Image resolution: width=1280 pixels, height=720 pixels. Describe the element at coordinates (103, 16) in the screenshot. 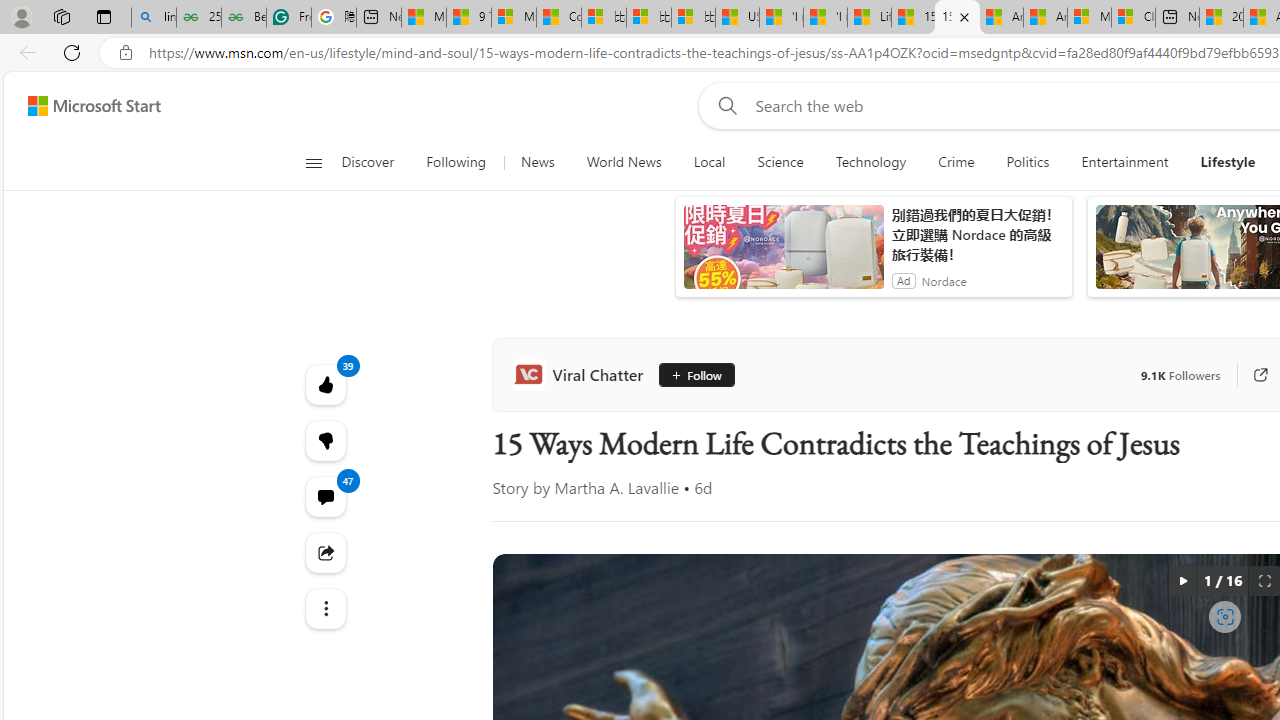

I see `'Tab actions menu'` at that location.